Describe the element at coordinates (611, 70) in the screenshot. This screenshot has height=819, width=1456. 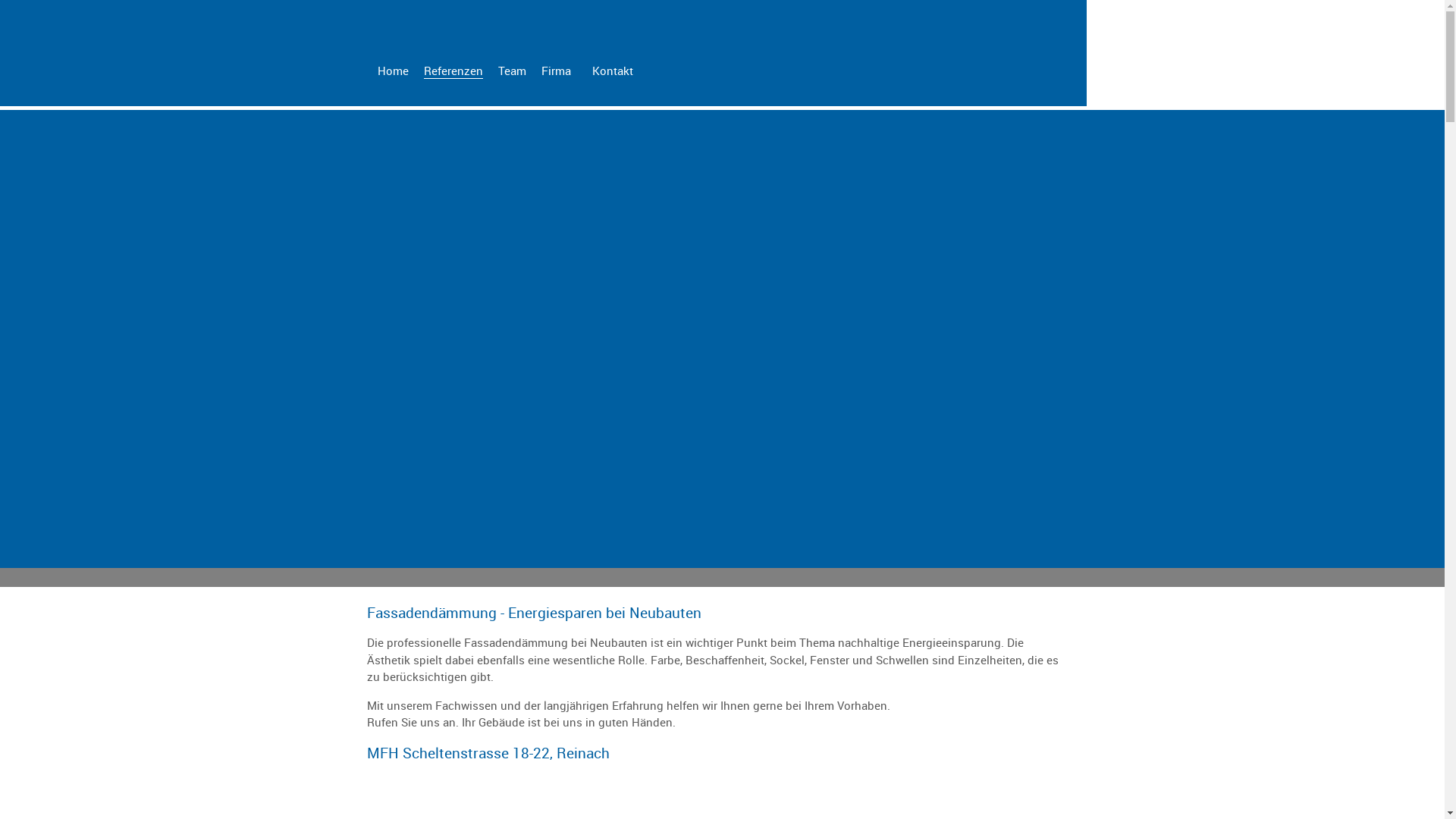
I see `'Kontakt'` at that location.